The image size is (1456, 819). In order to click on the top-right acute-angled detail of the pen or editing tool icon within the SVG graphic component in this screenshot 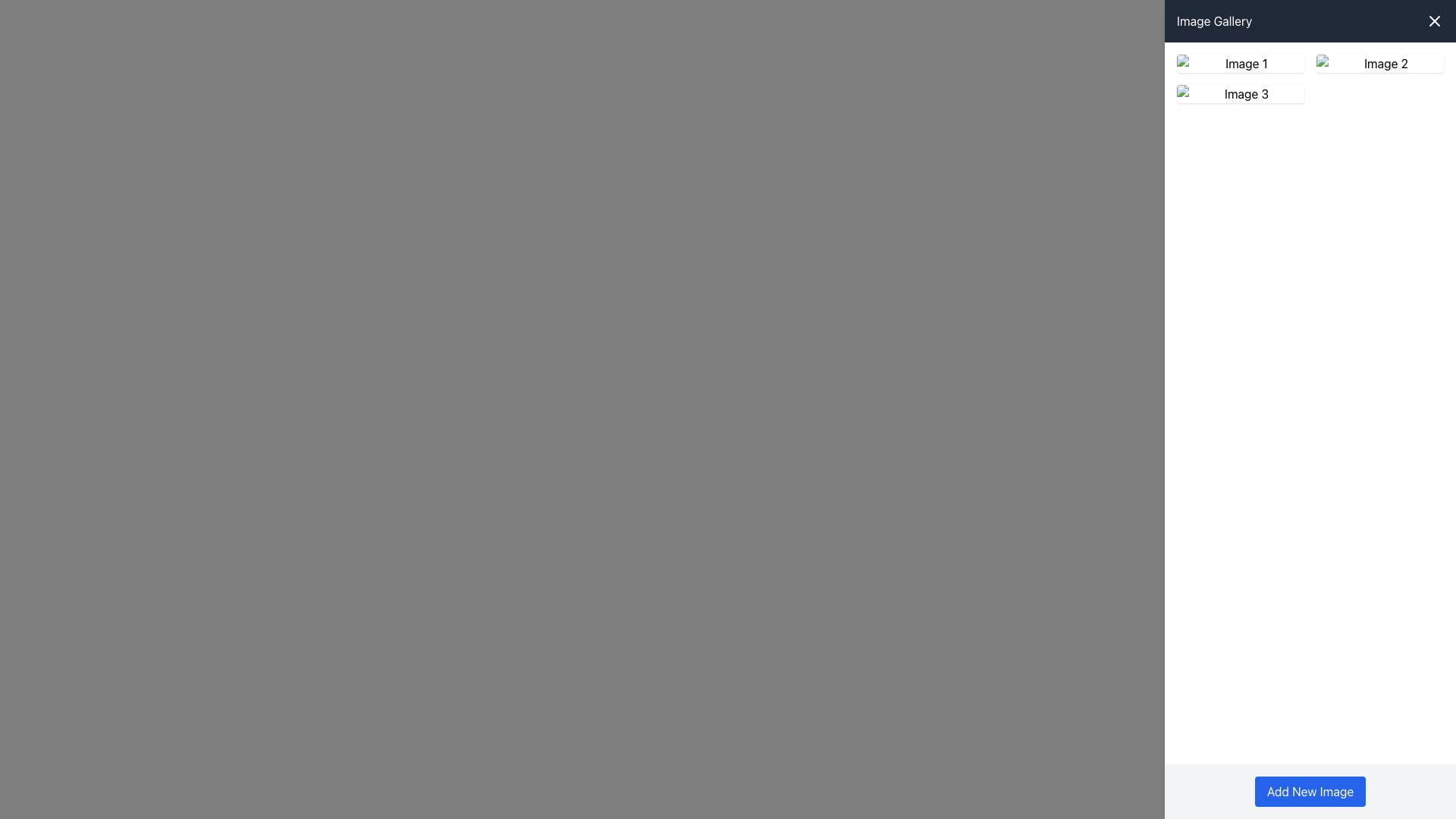, I will do `click(1241, 61)`.